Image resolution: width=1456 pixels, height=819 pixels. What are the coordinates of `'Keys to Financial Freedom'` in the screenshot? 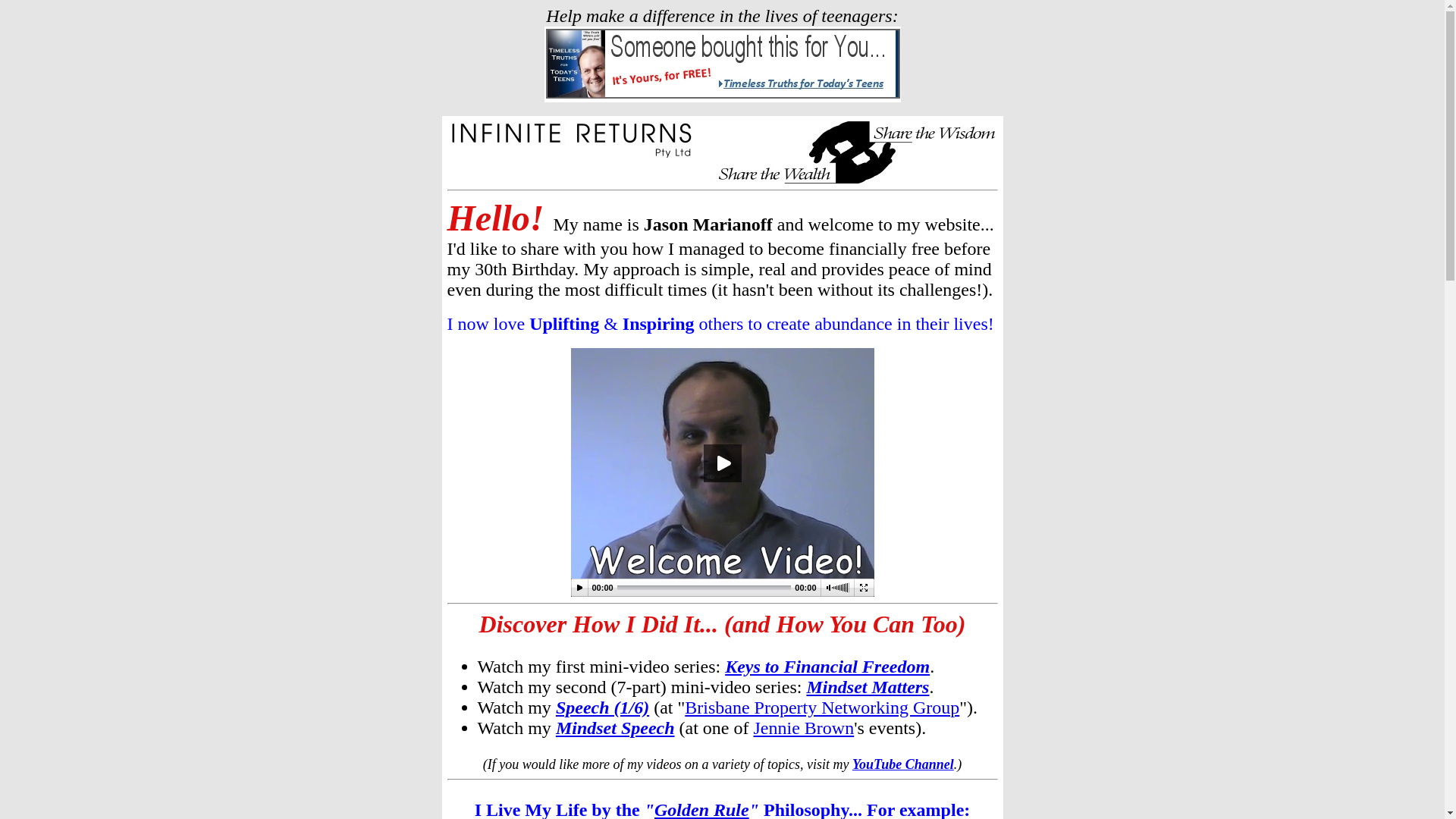 It's located at (826, 666).